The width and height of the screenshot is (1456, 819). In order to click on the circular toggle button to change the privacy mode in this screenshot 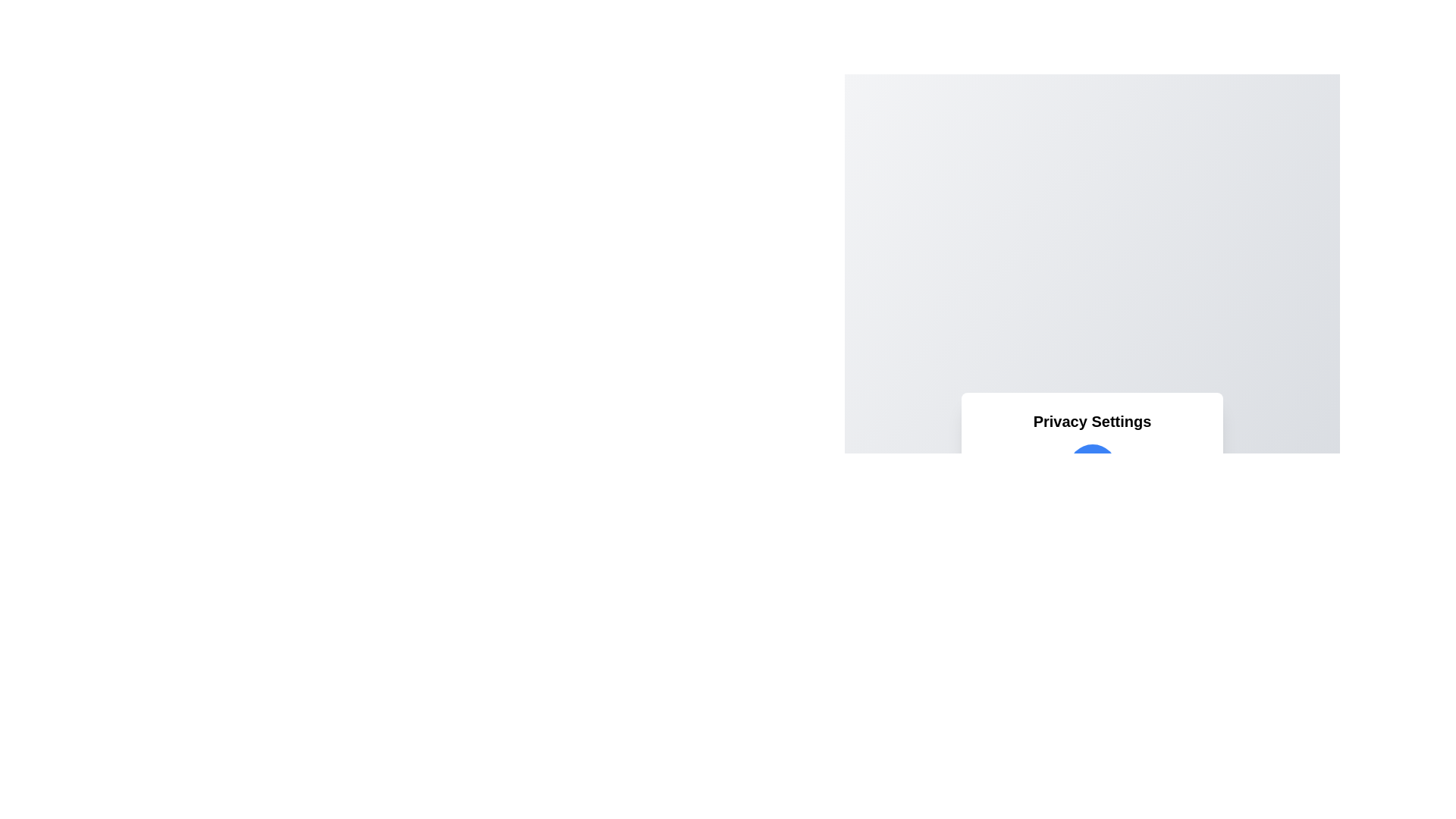, I will do `click(1092, 467)`.